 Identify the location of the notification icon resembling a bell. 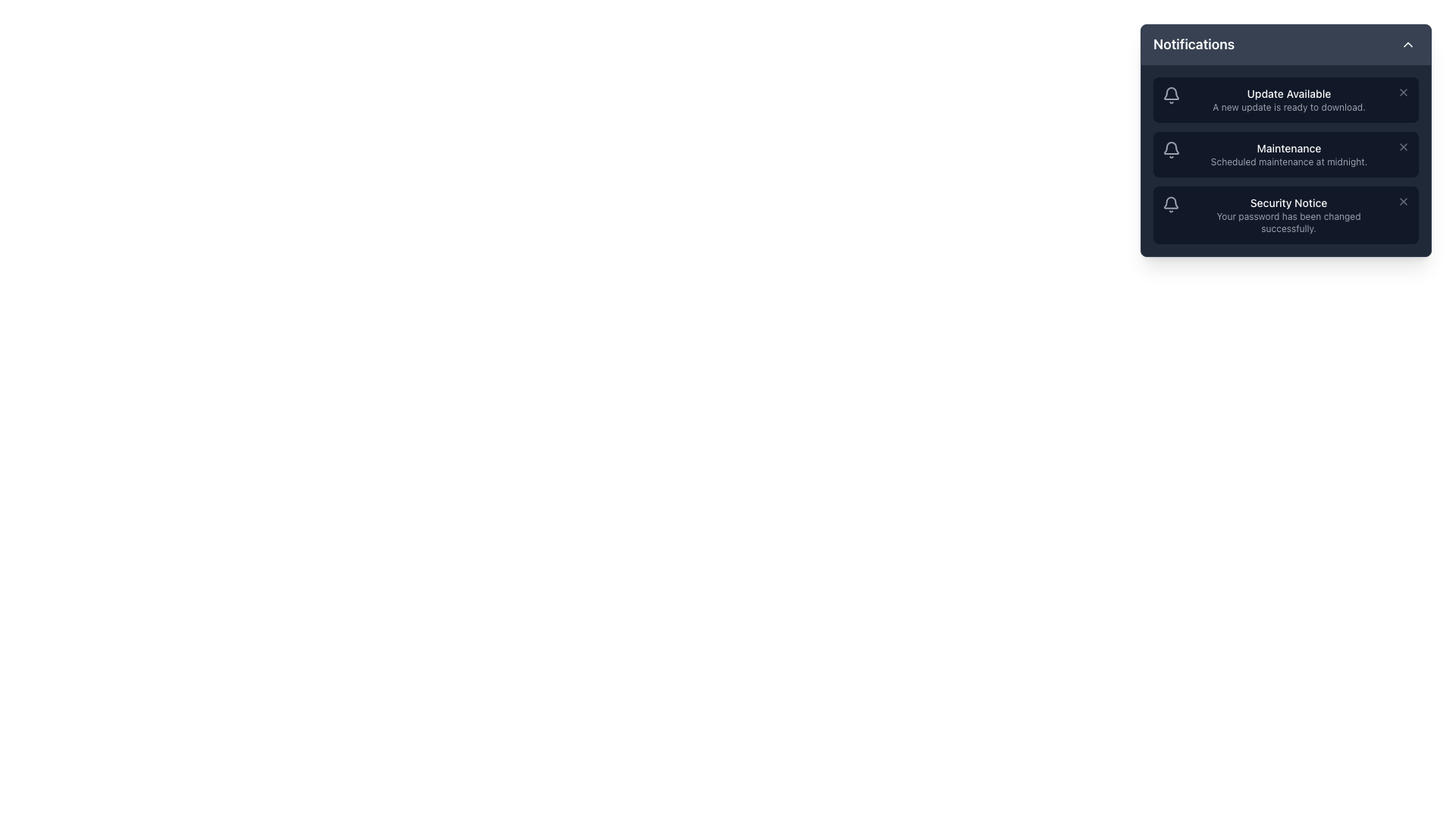
(1171, 149).